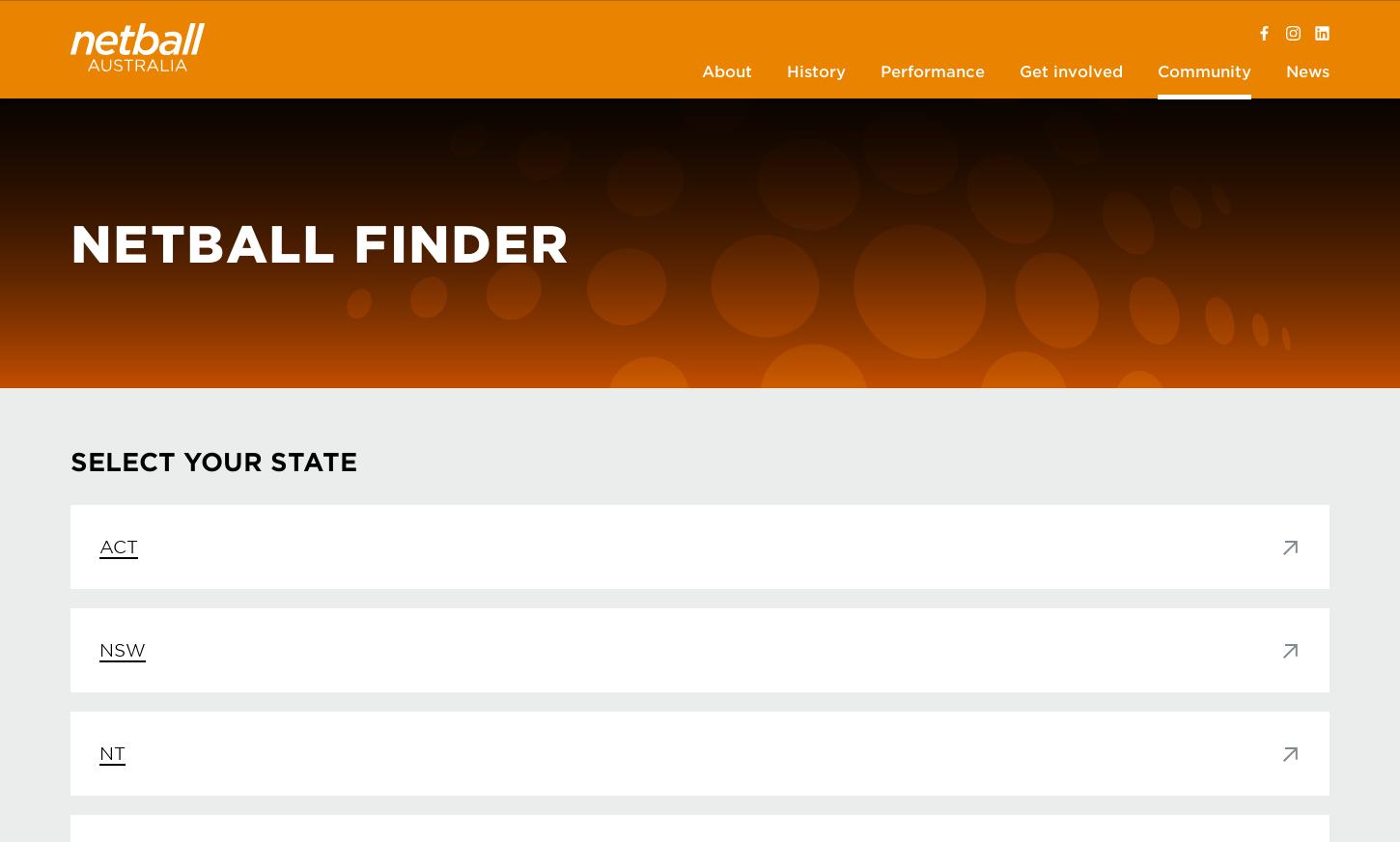  I want to click on 'Play Netball', so click(114, 172).